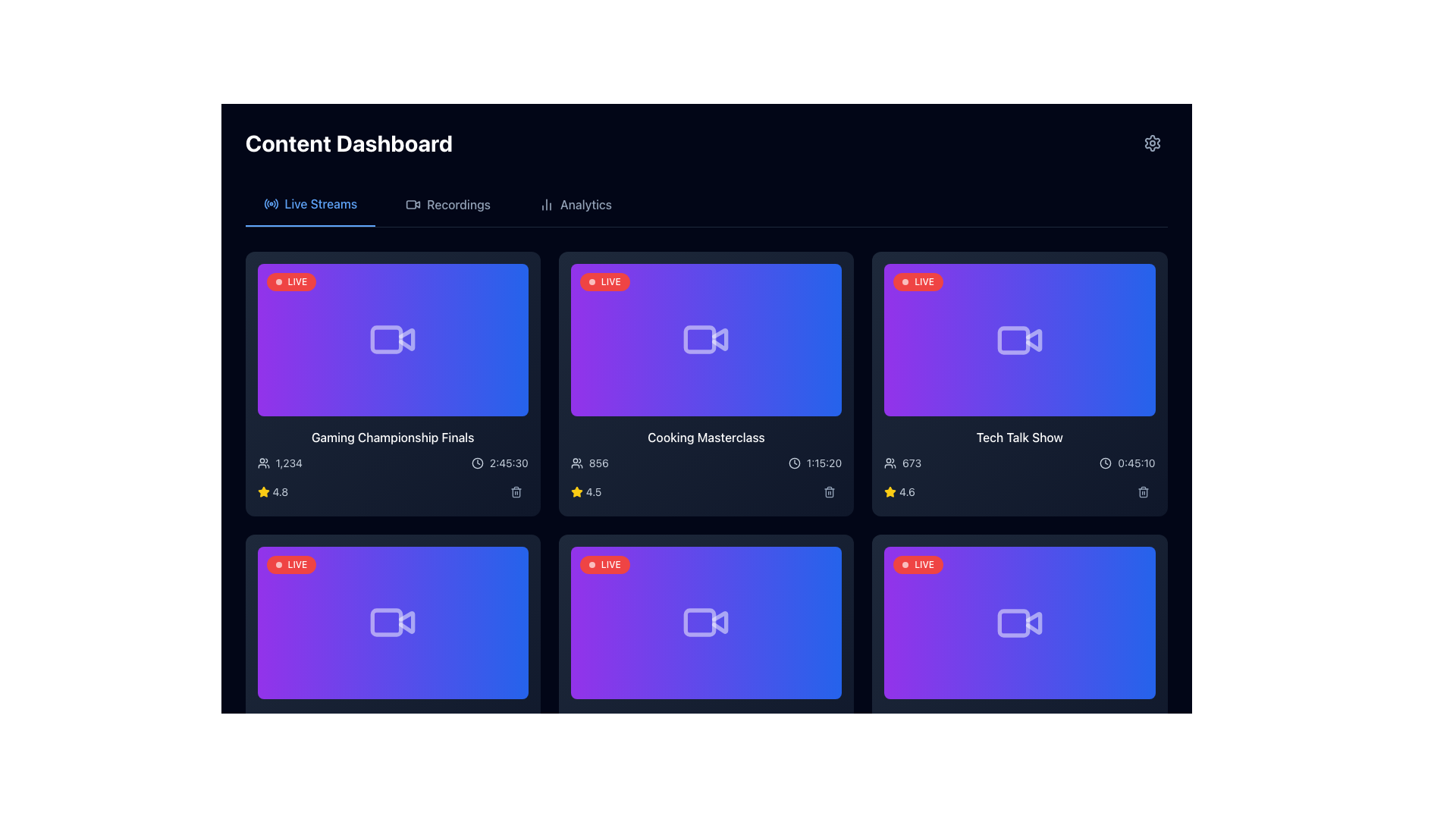 The width and height of the screenshot is (1456, 819). Describe the element at coordinates (516, 491) in the screenshot. I see `the delete icon button located in the lower right corner of the video card, positioned under the duration information and to the right of the rating star` at that location.